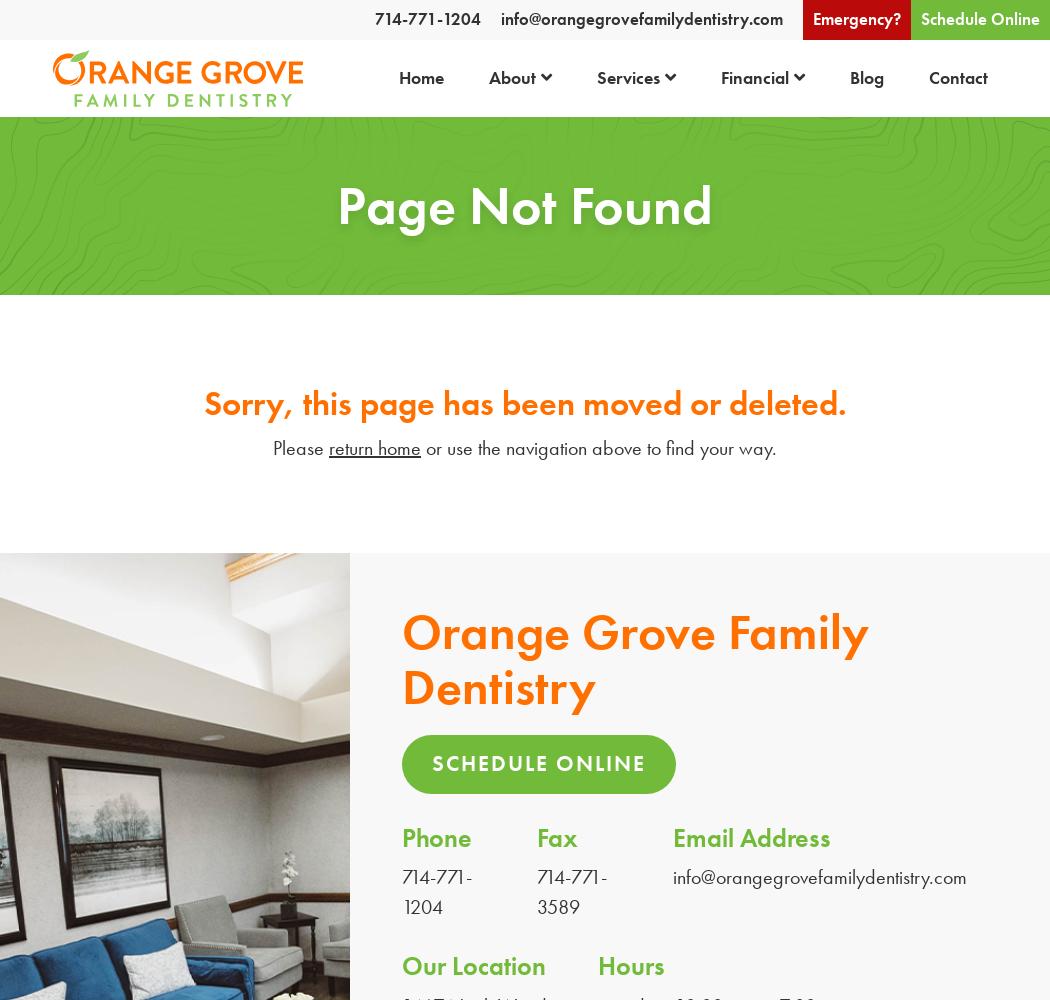 The width and height of the screenshot is (1050, 1000). What do you see at coordinates (596, 965) in the screenshot?
I see `'Hours'` at bounding box center [596, 965].